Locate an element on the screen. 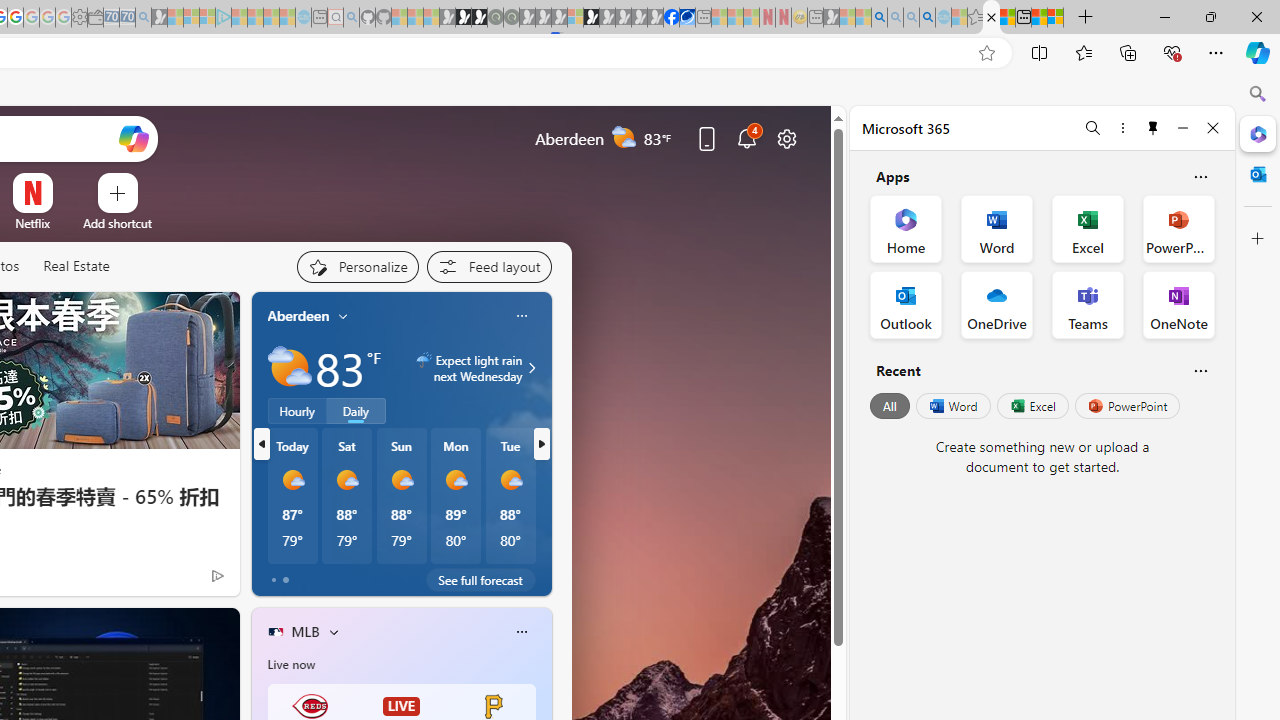  'Cheap Car Rentals - Save70.com - Sleeping' is located at coordinates (126, 17).